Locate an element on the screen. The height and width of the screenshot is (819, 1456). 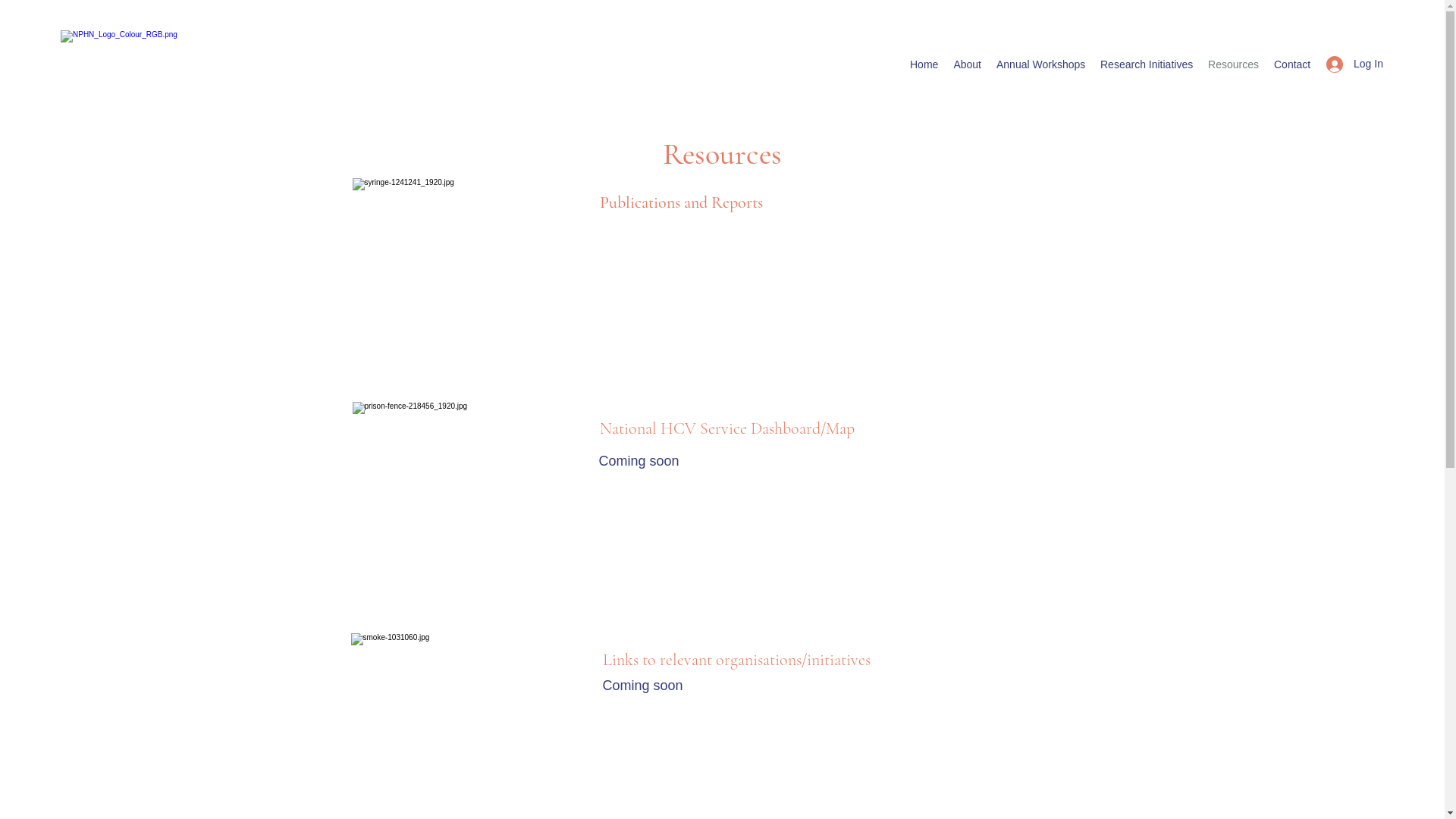
'Research Initiatives' is located at coordinates (1092, 63).